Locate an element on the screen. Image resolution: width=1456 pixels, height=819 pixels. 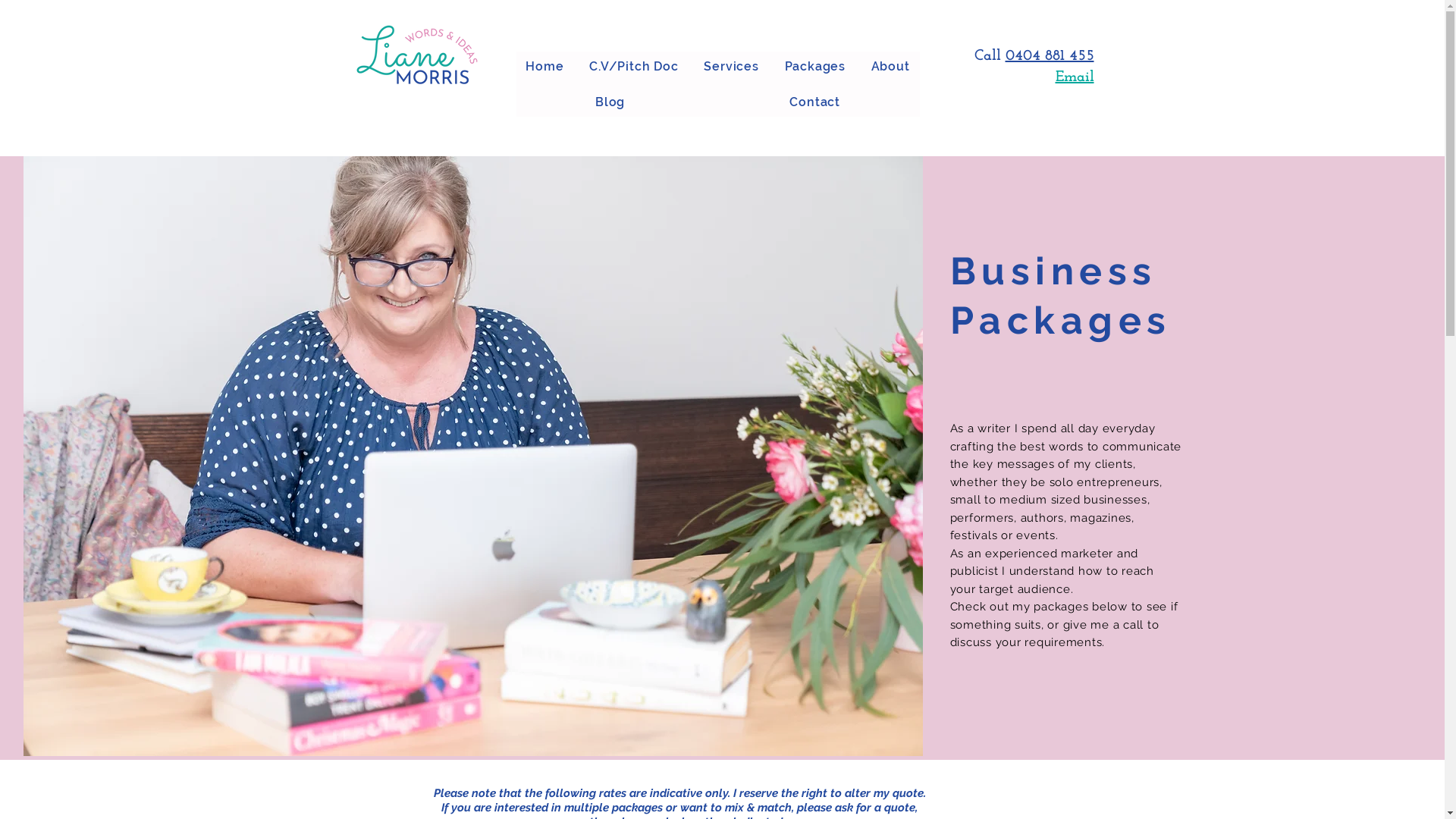
'About' is located at coordinates (890, 65).